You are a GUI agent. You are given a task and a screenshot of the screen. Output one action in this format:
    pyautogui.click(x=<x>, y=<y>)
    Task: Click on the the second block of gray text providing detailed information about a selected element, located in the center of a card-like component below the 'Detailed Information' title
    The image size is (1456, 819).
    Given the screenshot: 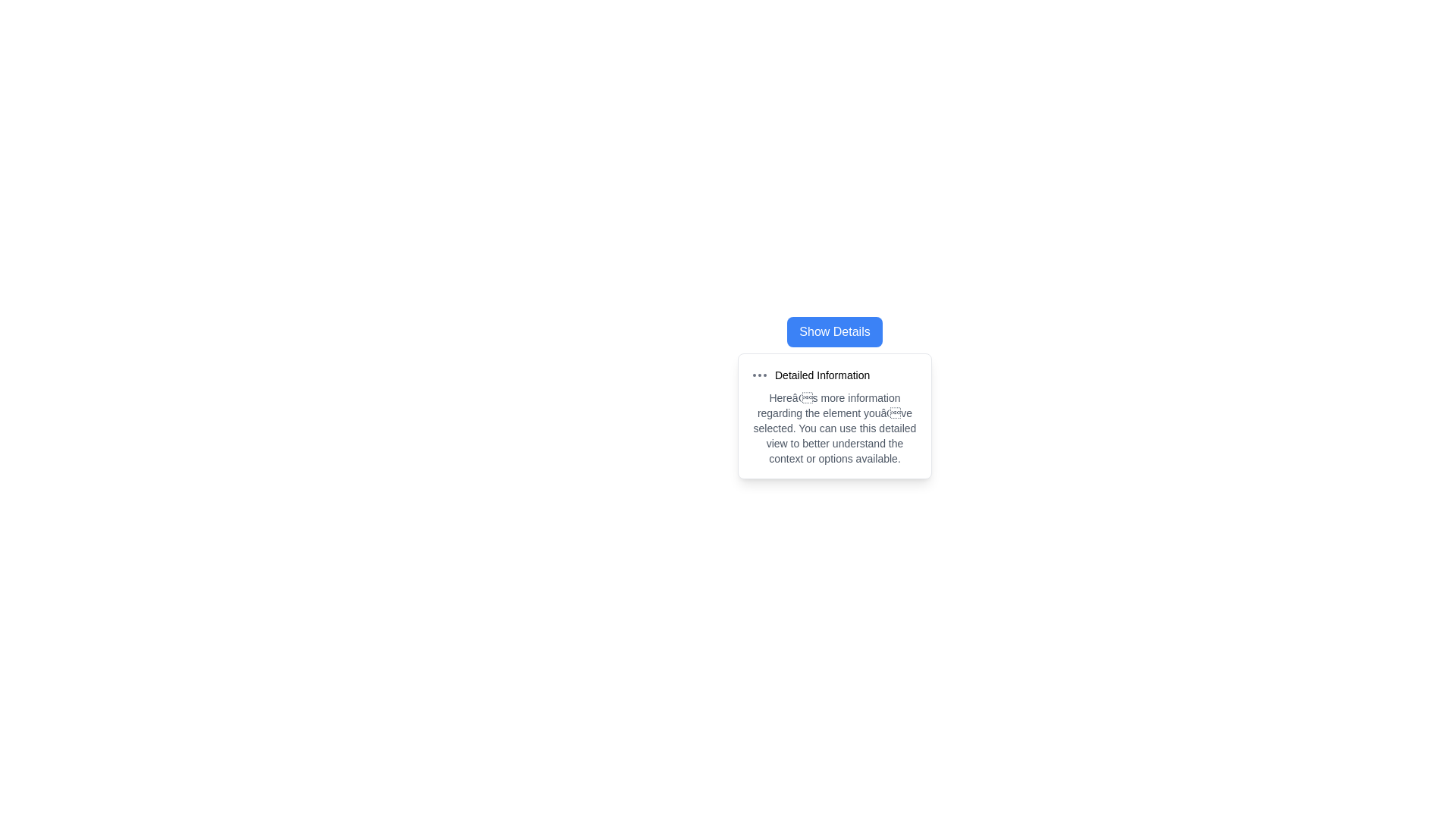 What is the action you would take?
    pyautogui.click(x=833, y=428)
    